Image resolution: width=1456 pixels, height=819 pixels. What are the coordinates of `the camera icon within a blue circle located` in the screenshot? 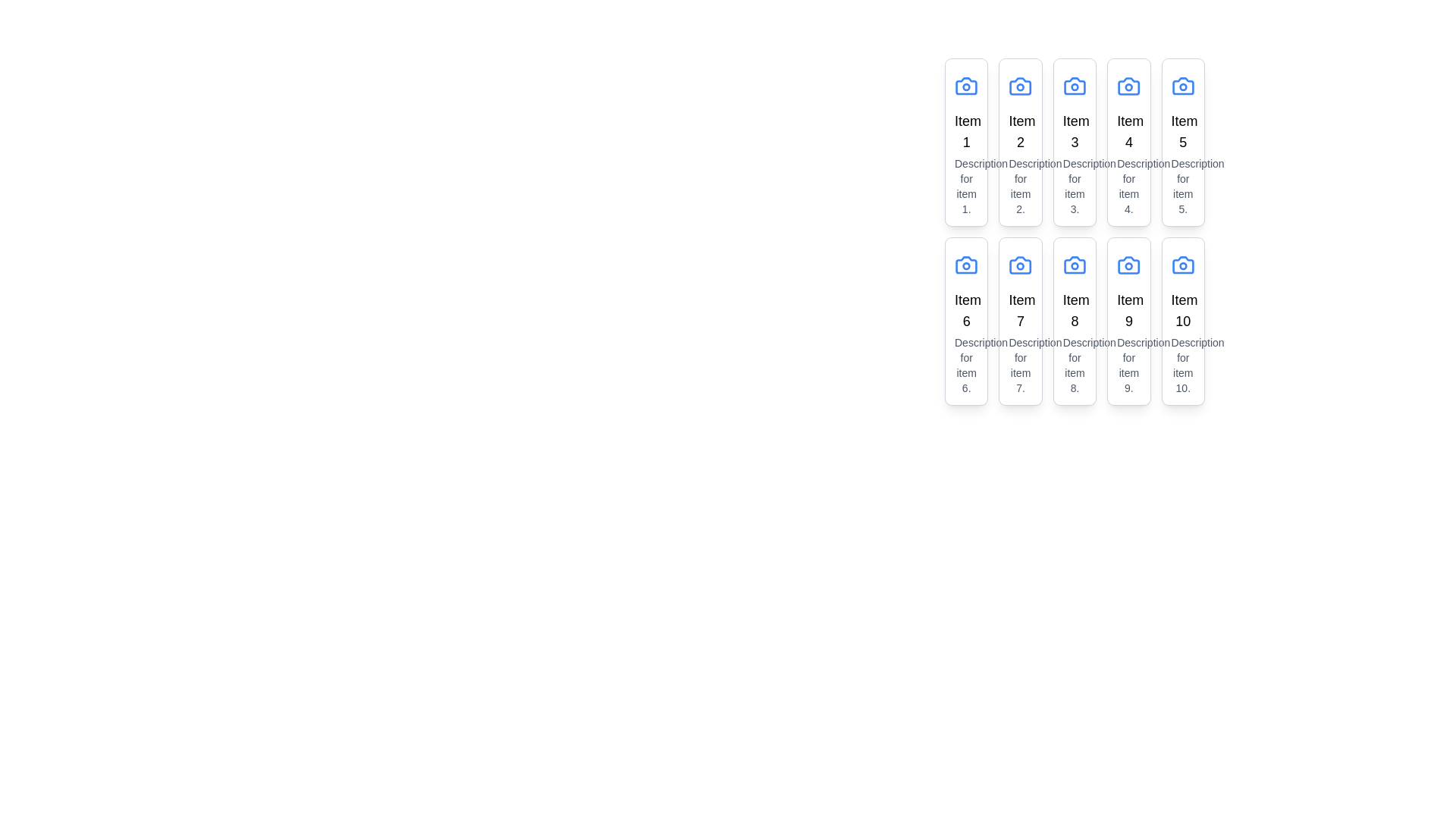 It's located at (1128, 265).